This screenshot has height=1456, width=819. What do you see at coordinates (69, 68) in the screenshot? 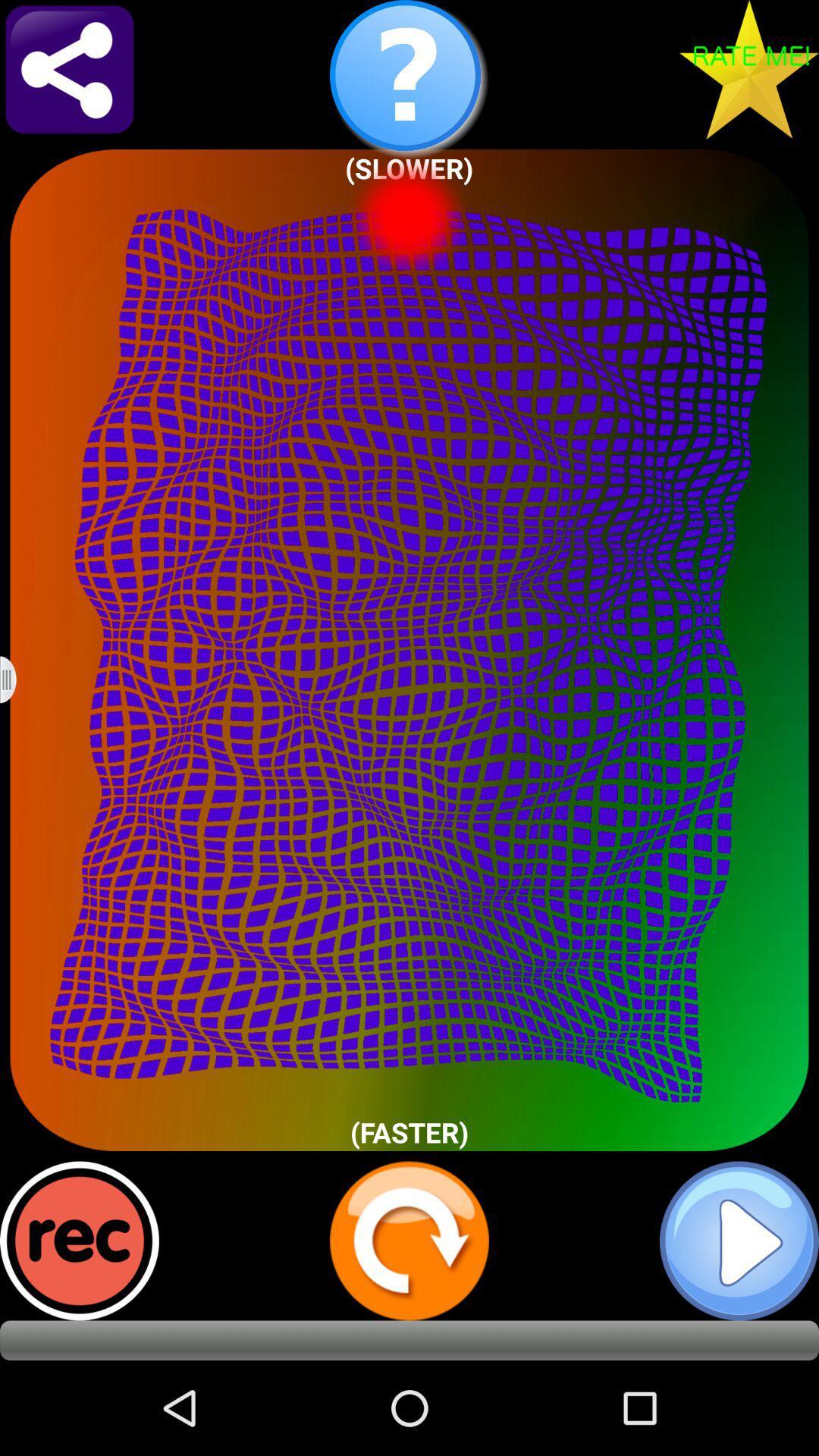
I see `share option` at bounding box center [69, 68].